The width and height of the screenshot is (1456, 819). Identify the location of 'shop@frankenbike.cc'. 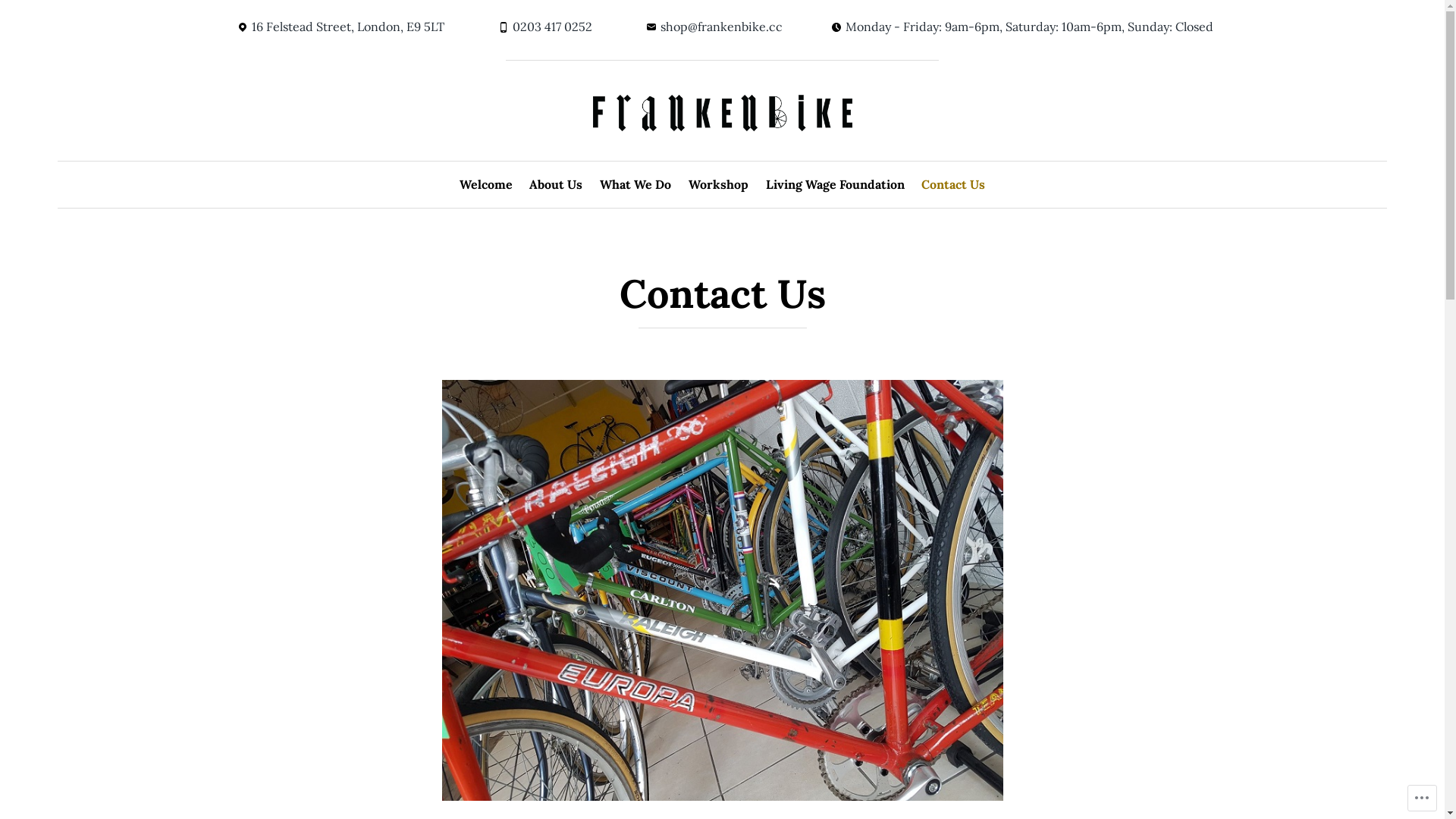
(713, 27).